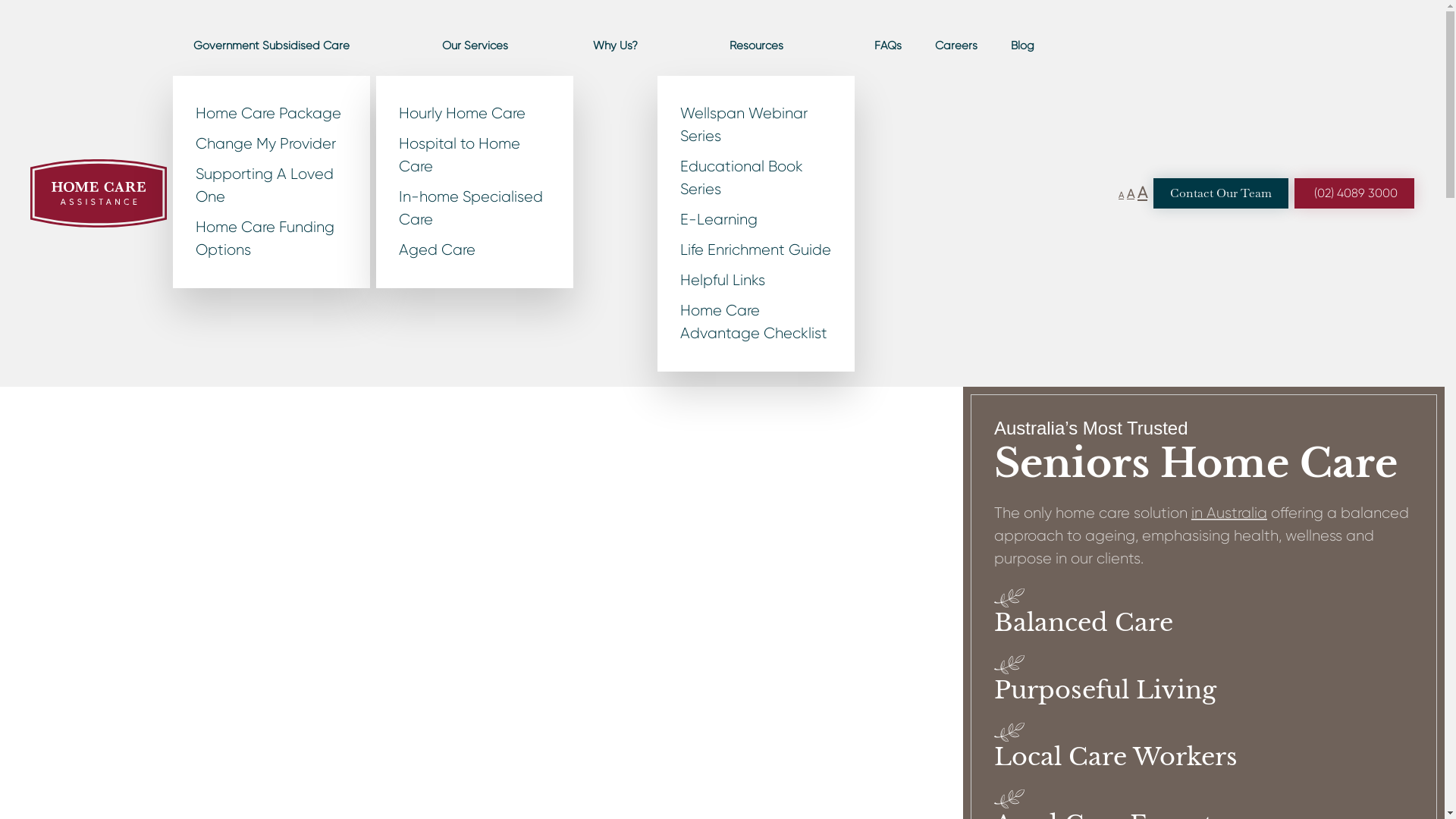  Describe the element at coordinates (172, 45) in the screenshot. I see `'Government Subsidised Care'` at that location.